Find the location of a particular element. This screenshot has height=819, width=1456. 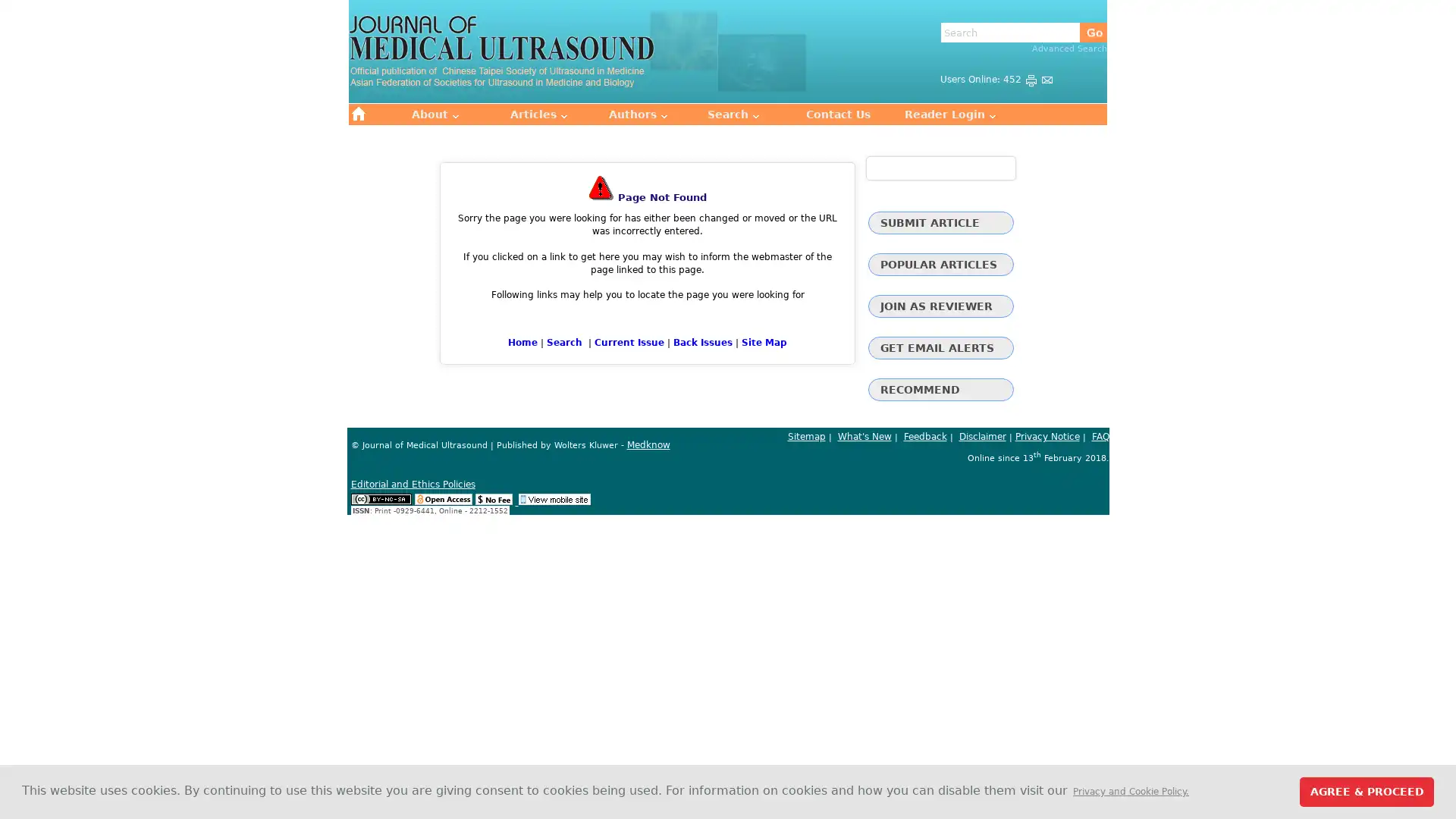

dismiss cookie message is located at coordinates (1367, 791).